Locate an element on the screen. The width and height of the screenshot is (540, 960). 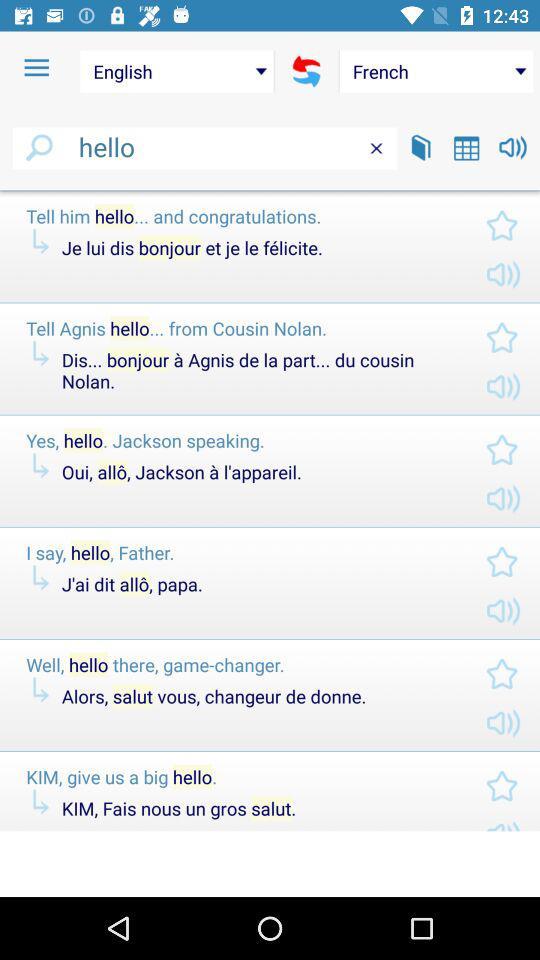
open calendar is located at coordinates (466, 147).